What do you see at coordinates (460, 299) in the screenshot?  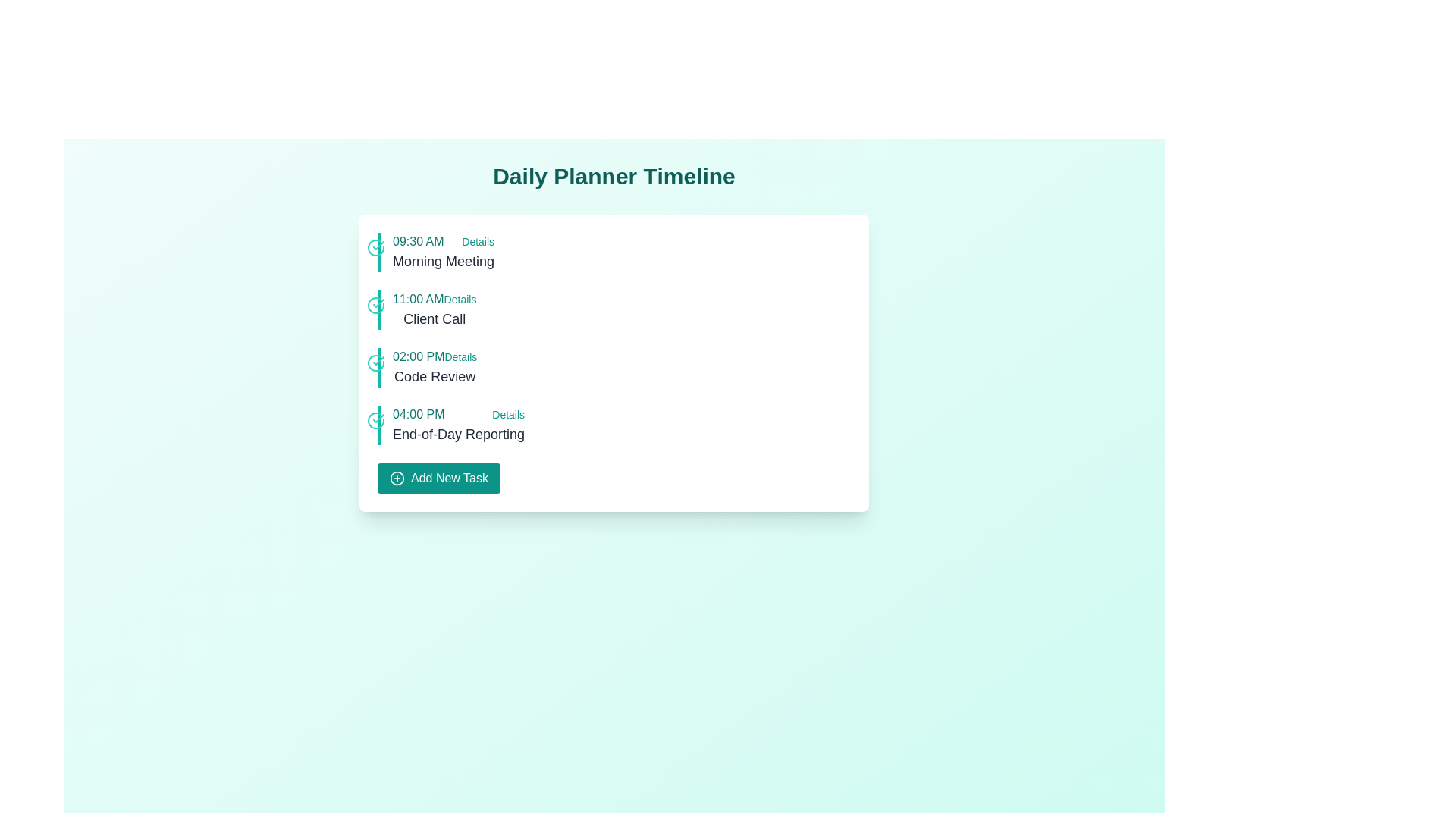 I see `the clickable text link labeled 'Details' which is displayed in teal color and is located next to the time '11:00 AM'` at bounding box center [460, 299].